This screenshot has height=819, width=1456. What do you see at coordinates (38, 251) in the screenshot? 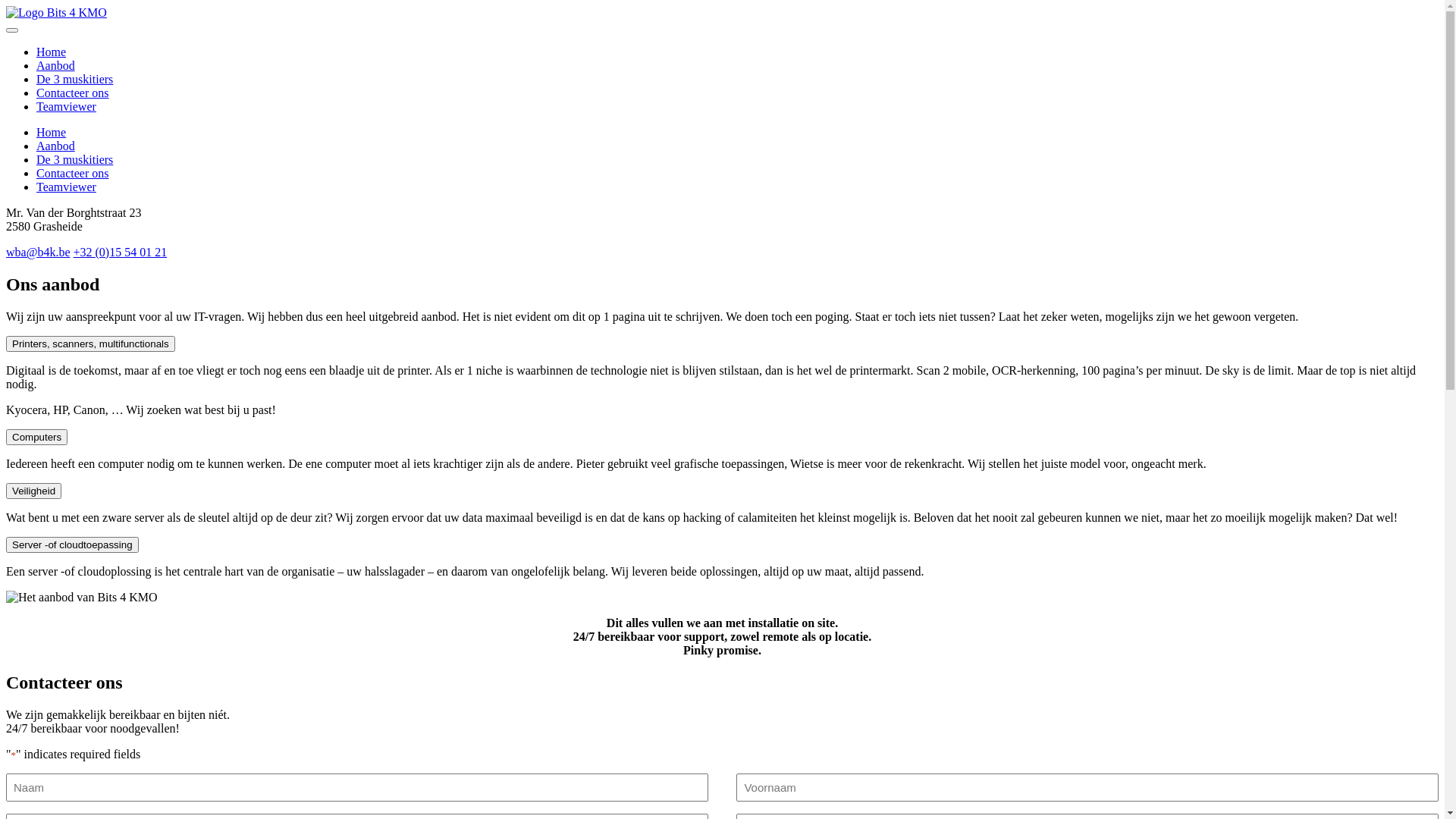
I see `'wba@b4k.be'` at bounding box center [38, 251].